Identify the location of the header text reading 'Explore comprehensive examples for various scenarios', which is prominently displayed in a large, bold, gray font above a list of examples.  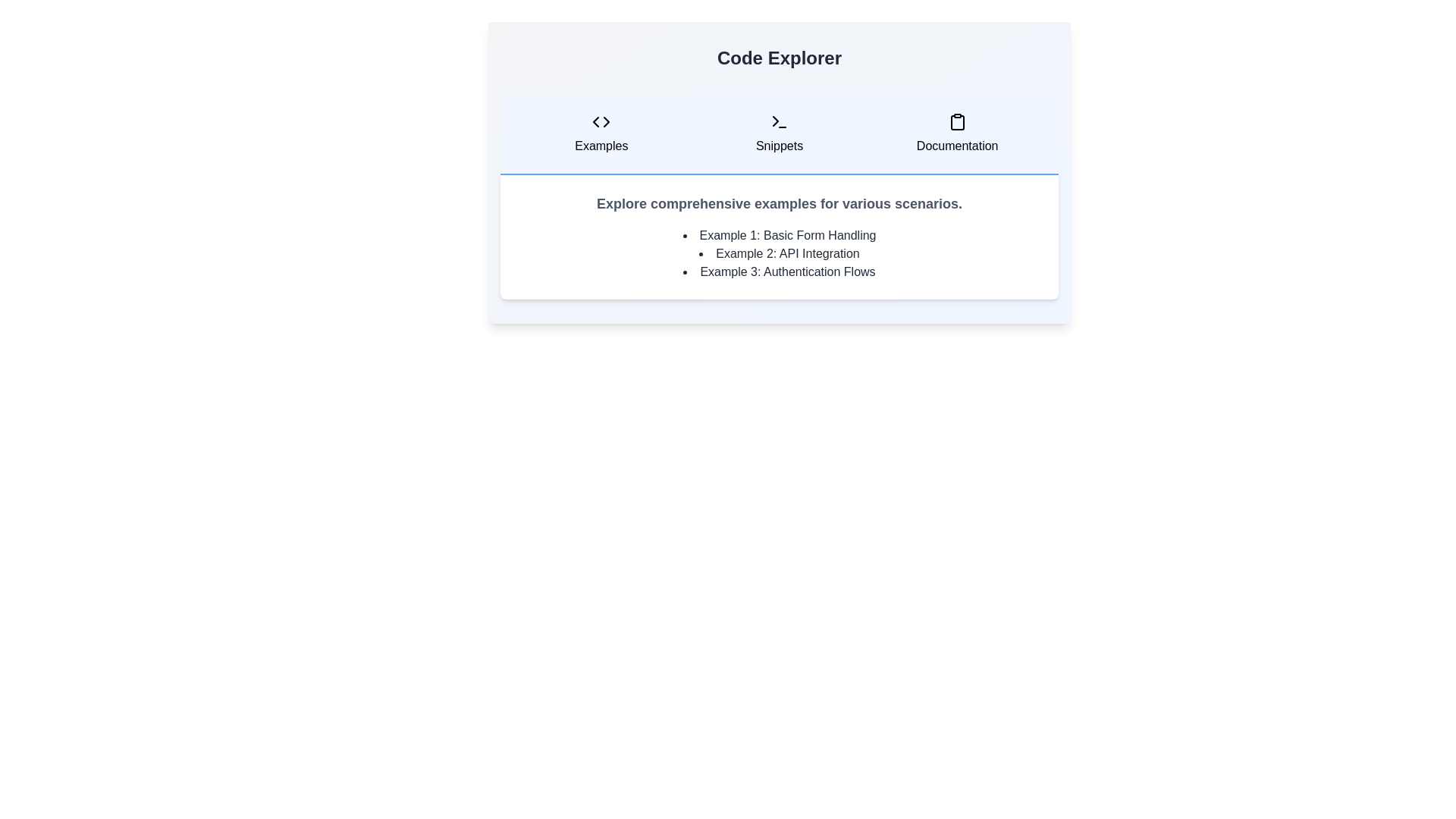
(779, 203).